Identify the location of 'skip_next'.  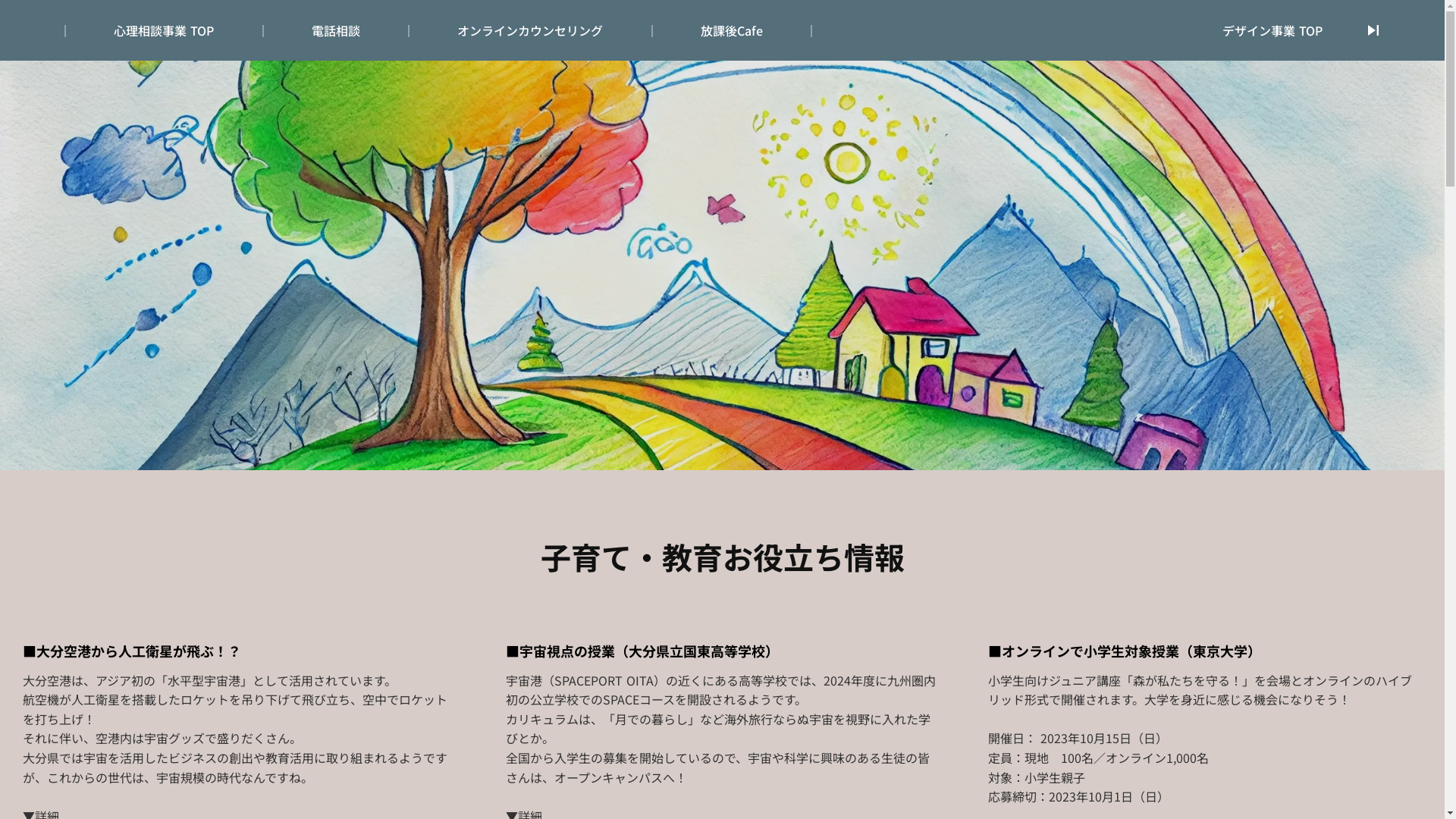
(1373, 30).